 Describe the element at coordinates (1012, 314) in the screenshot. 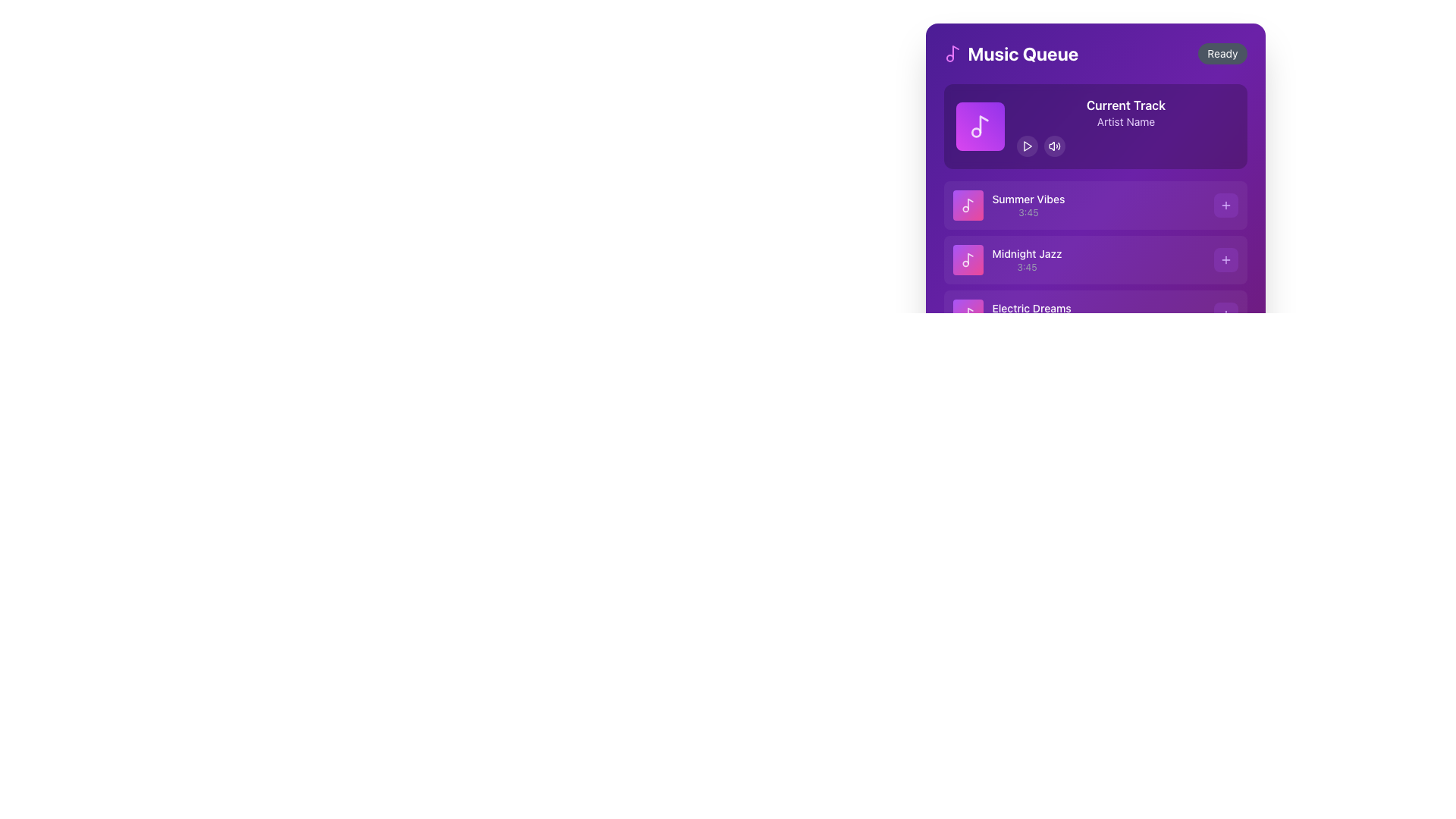

I see `to select the song 'Electric Dreams' from the last item in the vertical list of songs under the 'Music Queue' section` at that location.